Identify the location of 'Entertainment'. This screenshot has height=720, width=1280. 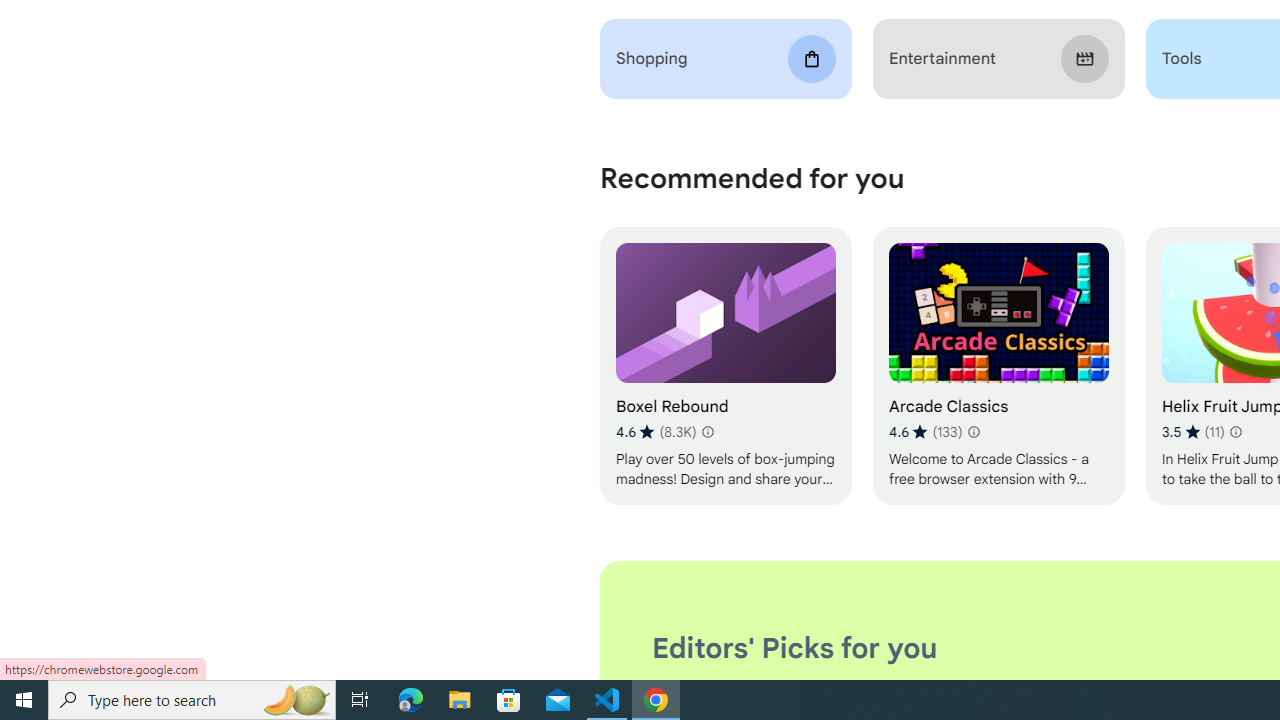
(998, 58).